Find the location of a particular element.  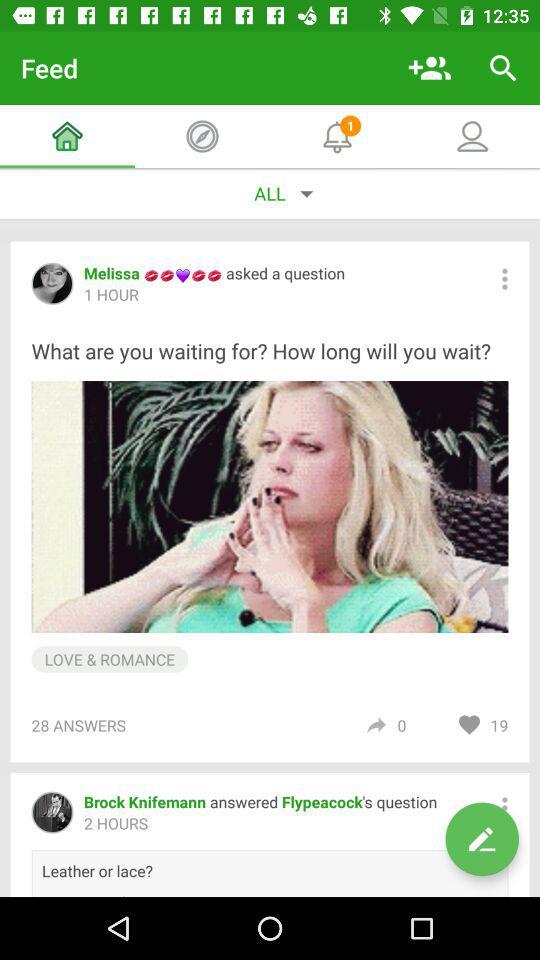

see more options by clicking here is located at coordinates (503, 278).